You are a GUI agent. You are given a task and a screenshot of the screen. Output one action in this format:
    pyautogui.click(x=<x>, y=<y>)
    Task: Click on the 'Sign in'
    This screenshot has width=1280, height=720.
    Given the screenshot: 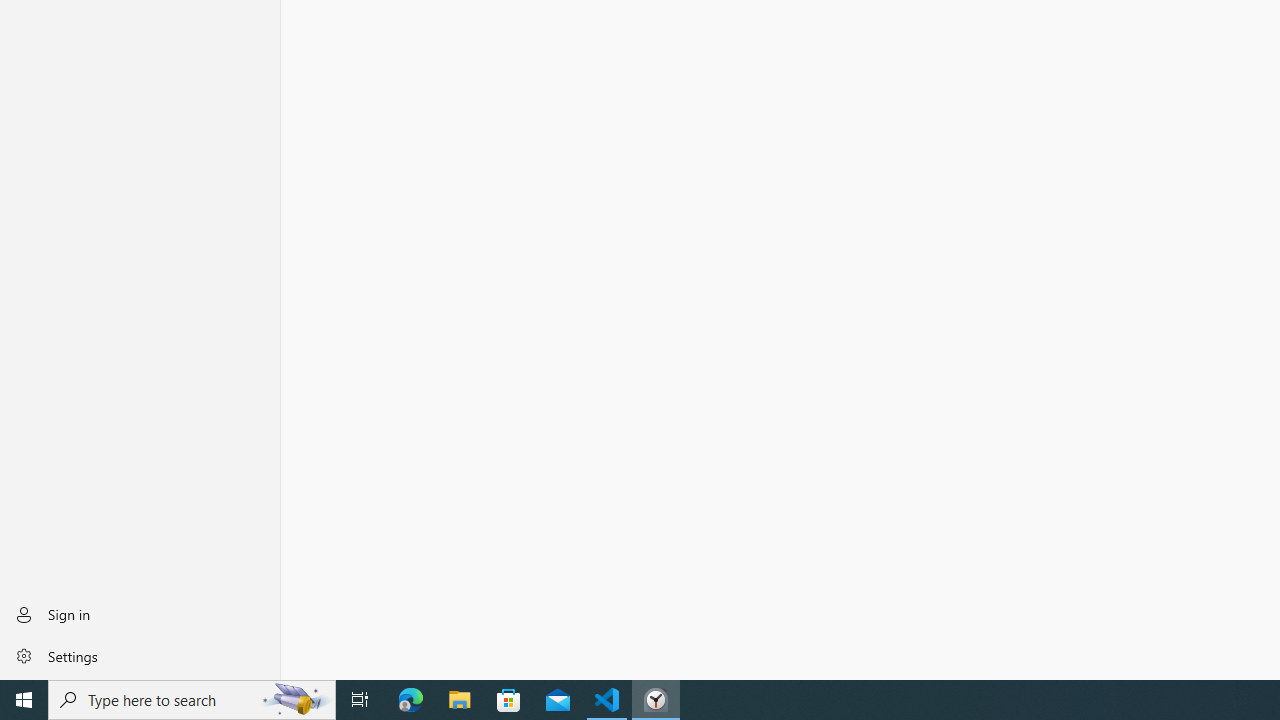 What is the action you would take?
    pyautogui.click(x=139, y=613)
    